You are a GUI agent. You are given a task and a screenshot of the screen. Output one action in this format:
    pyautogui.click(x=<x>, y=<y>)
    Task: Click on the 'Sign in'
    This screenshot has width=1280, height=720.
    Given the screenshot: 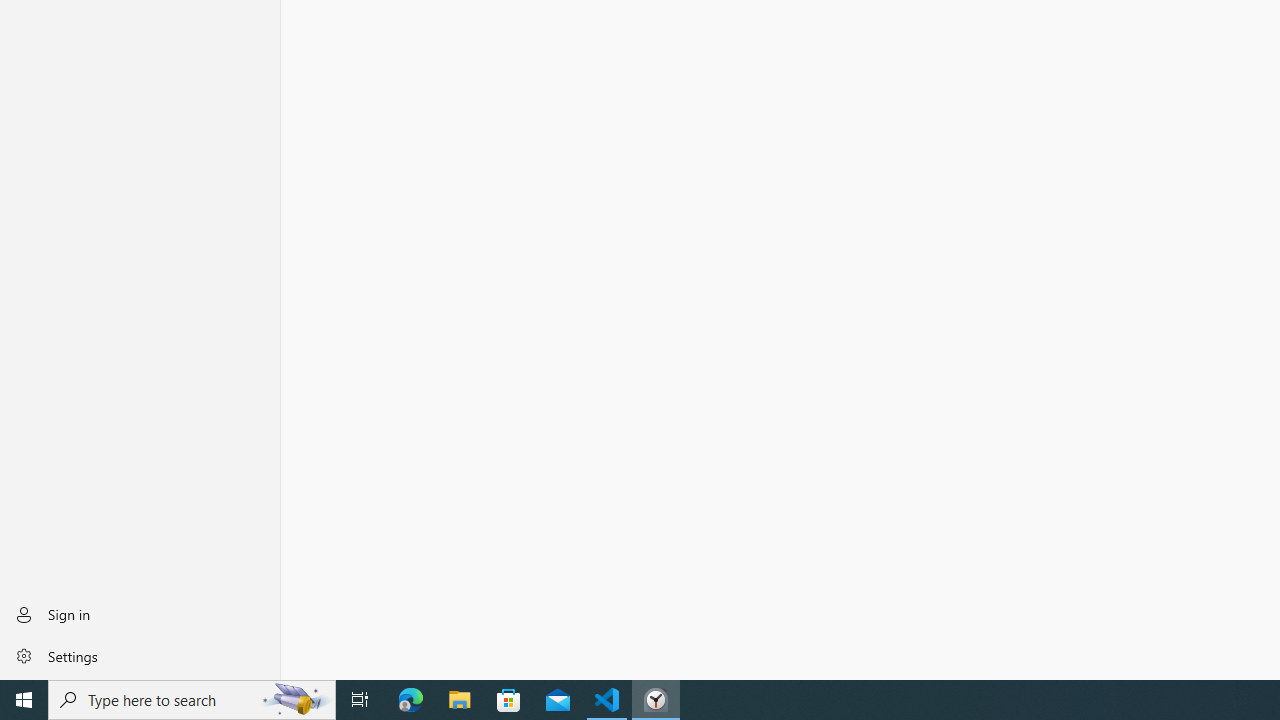 What is the action you would take?
    pyautogui.click(x=139, y=613)
    